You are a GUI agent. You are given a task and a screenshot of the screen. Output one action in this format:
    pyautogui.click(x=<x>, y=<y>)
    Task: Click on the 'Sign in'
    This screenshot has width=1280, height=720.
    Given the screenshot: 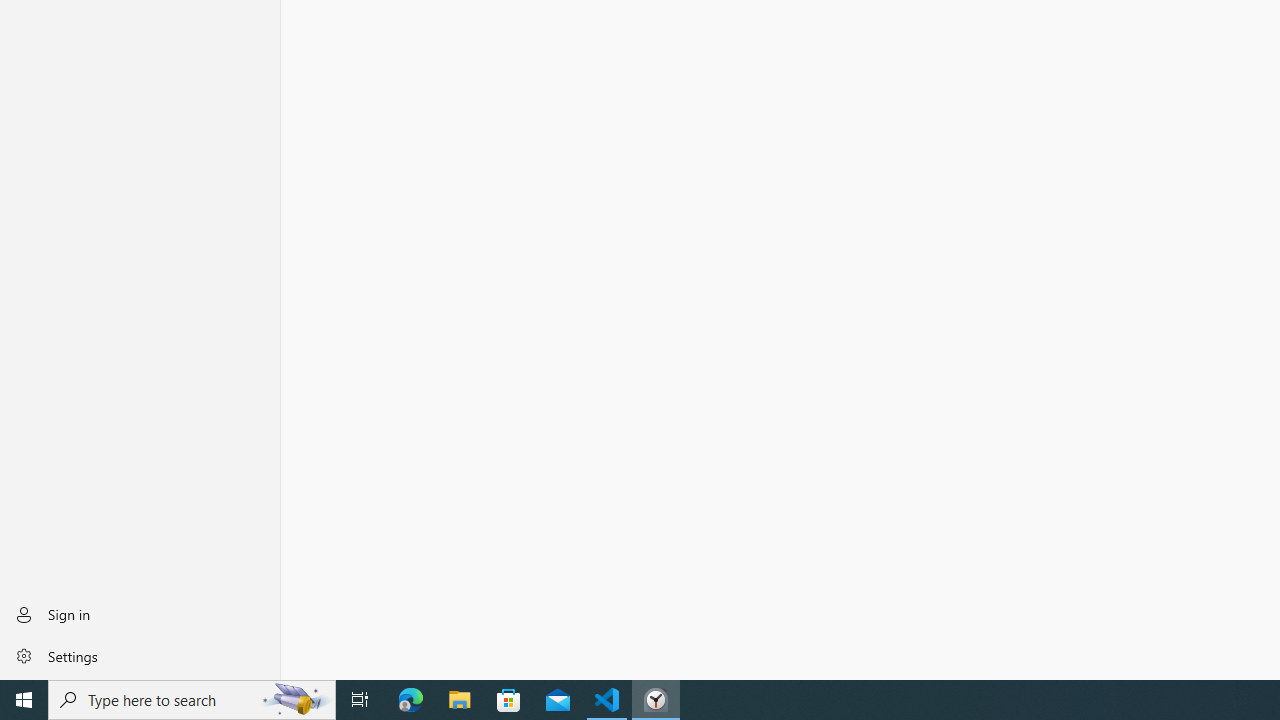 What is the action you would take?
    pyautogui.click(x=139, y=613)
    